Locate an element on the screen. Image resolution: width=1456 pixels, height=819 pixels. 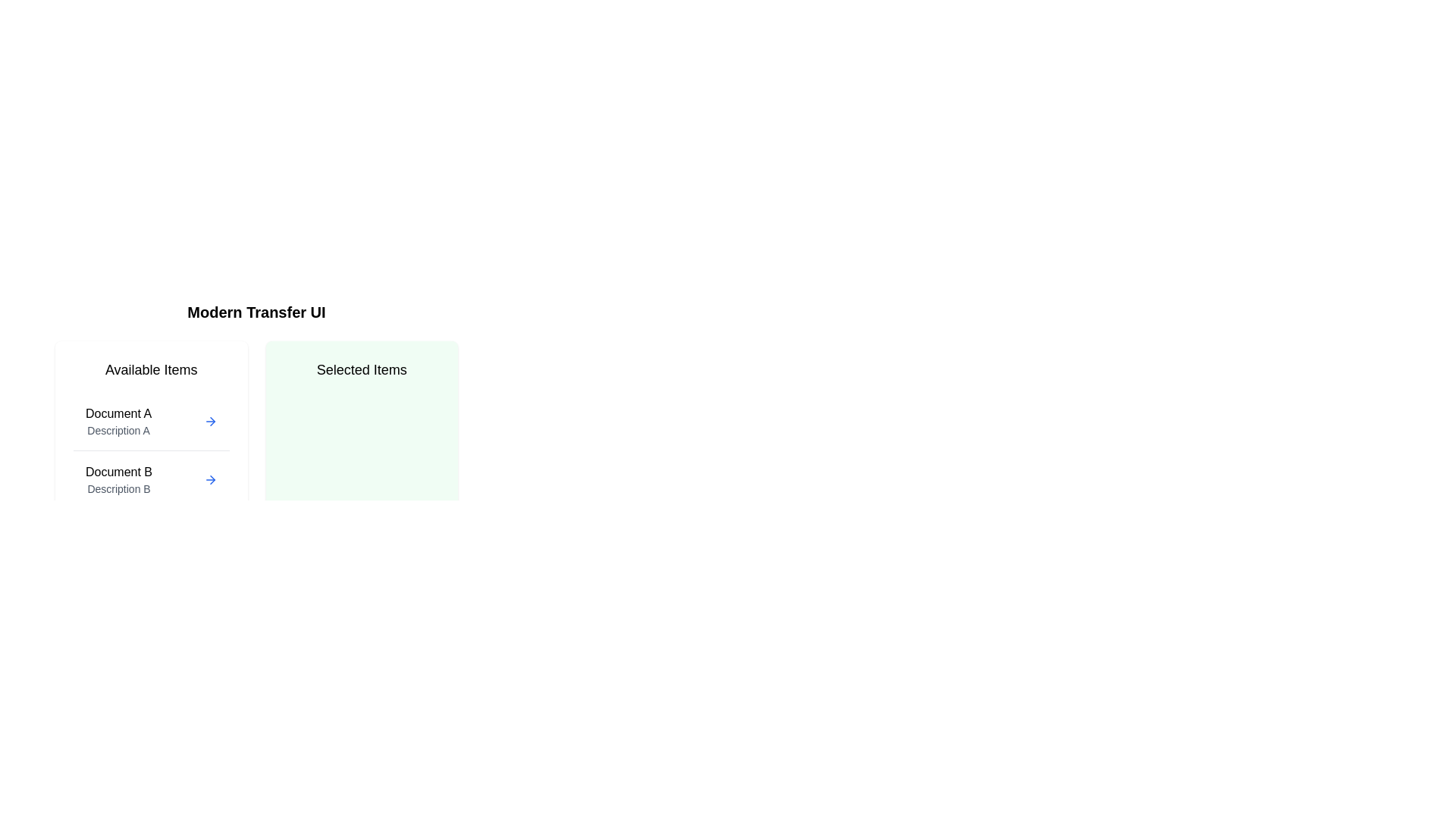
the first list item labeled 'Document A' is located at coordinates (151, 422).